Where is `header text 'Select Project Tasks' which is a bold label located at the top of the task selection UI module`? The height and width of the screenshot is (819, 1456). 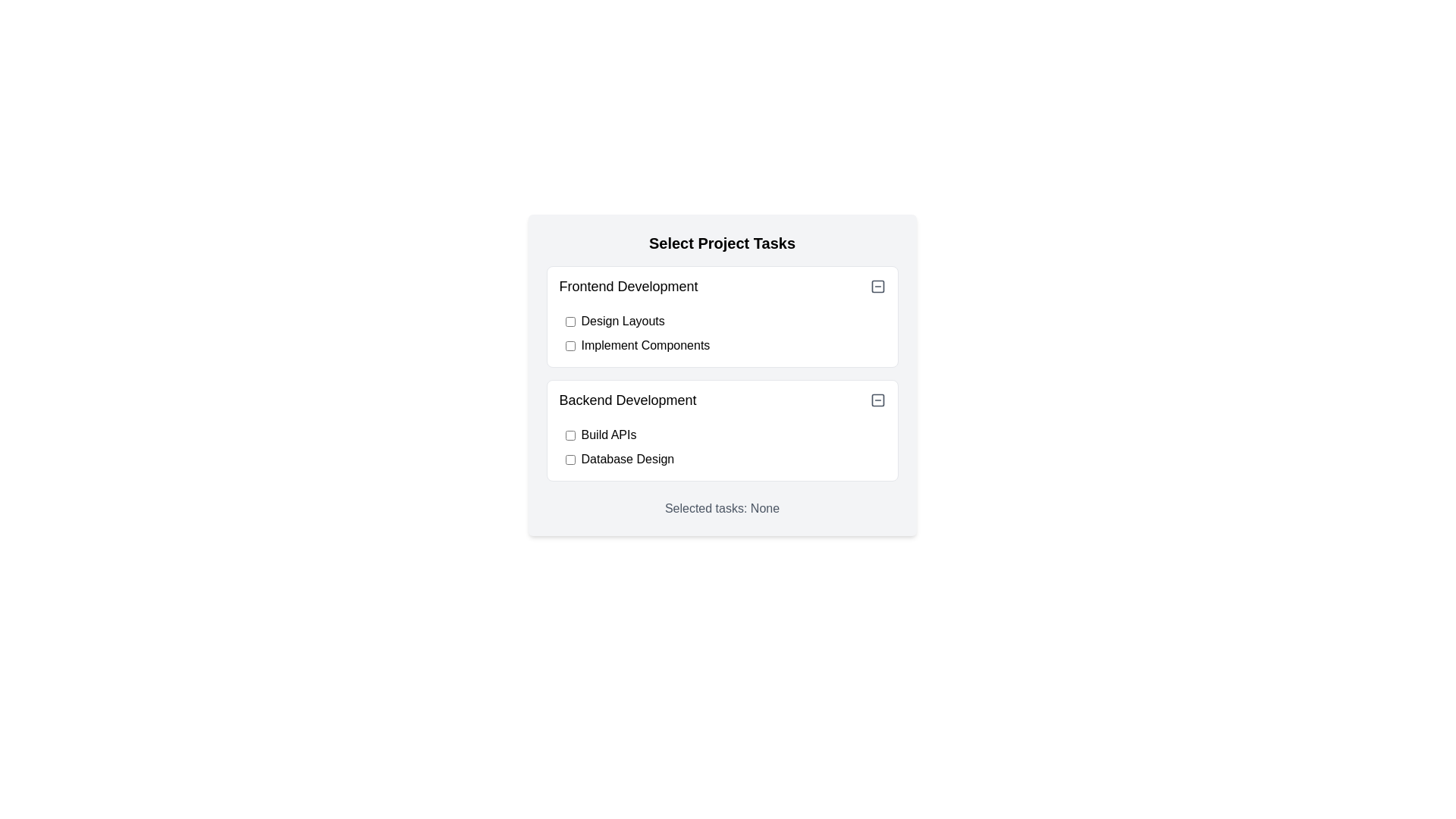
header text 'Select Project Tasks' which is a bold label located at the top of the task selection UI module is located at coordinates (721, 242).